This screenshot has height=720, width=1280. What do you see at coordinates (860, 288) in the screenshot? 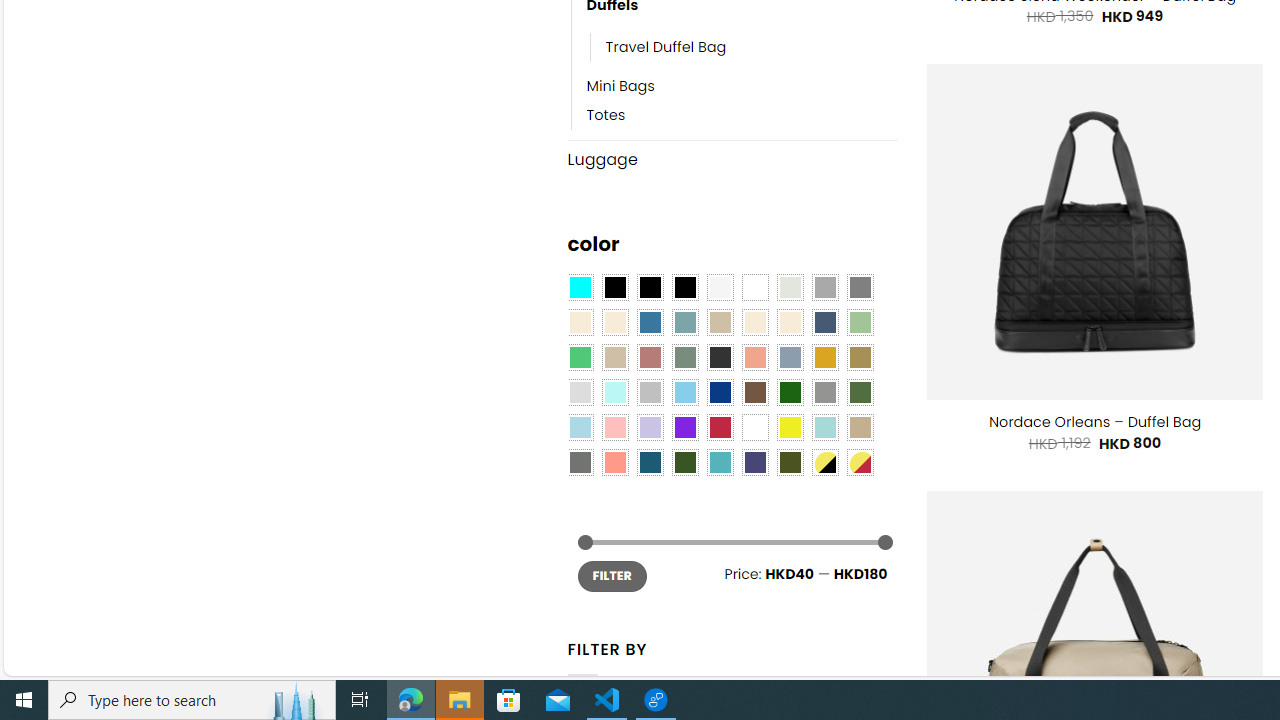
I see `'All Gray'` at bounding box center [860, 288].